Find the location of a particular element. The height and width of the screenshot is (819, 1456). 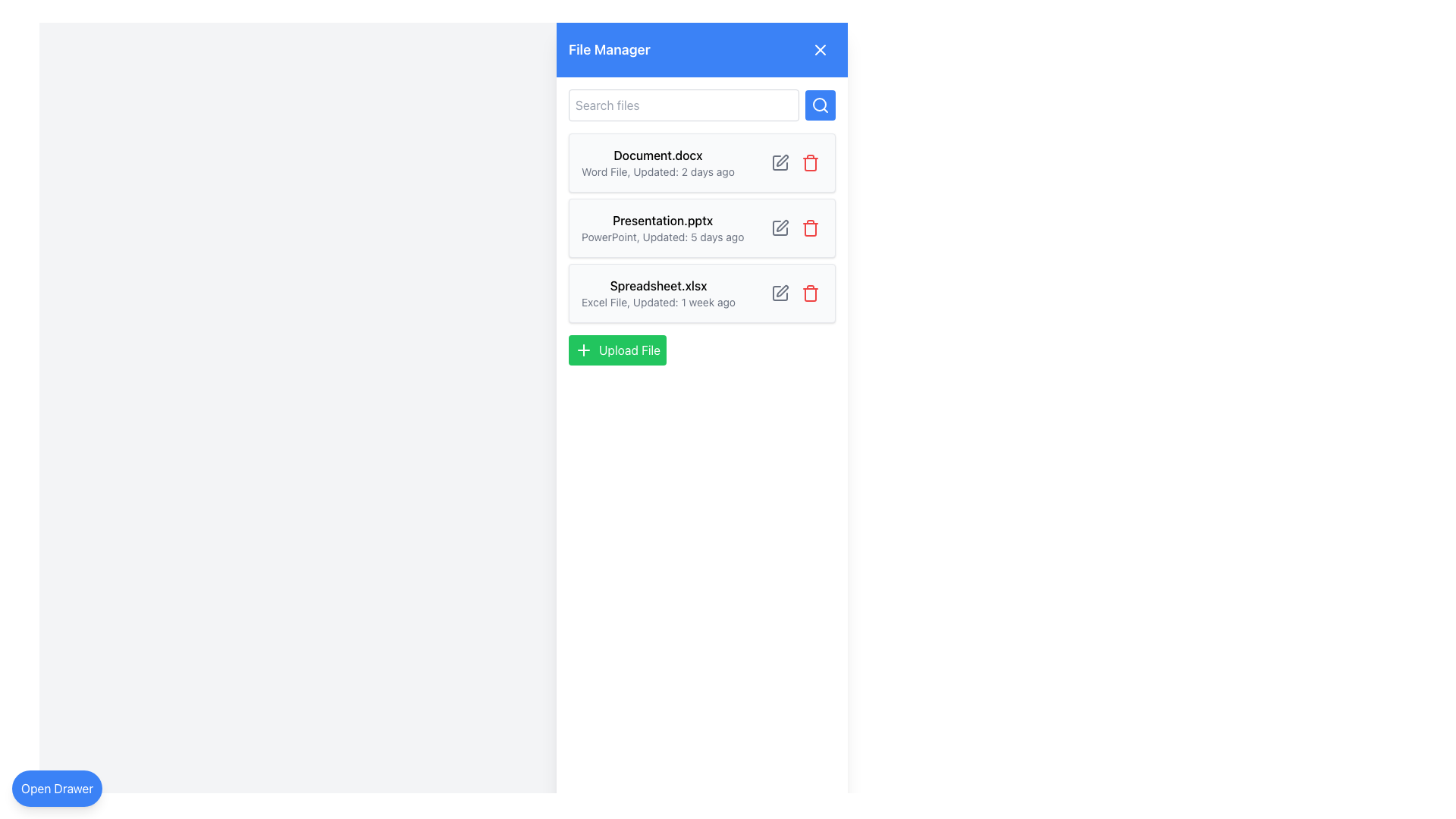

the search button located to the right of the 'Search files' input field is located at coordinates (819, 104).